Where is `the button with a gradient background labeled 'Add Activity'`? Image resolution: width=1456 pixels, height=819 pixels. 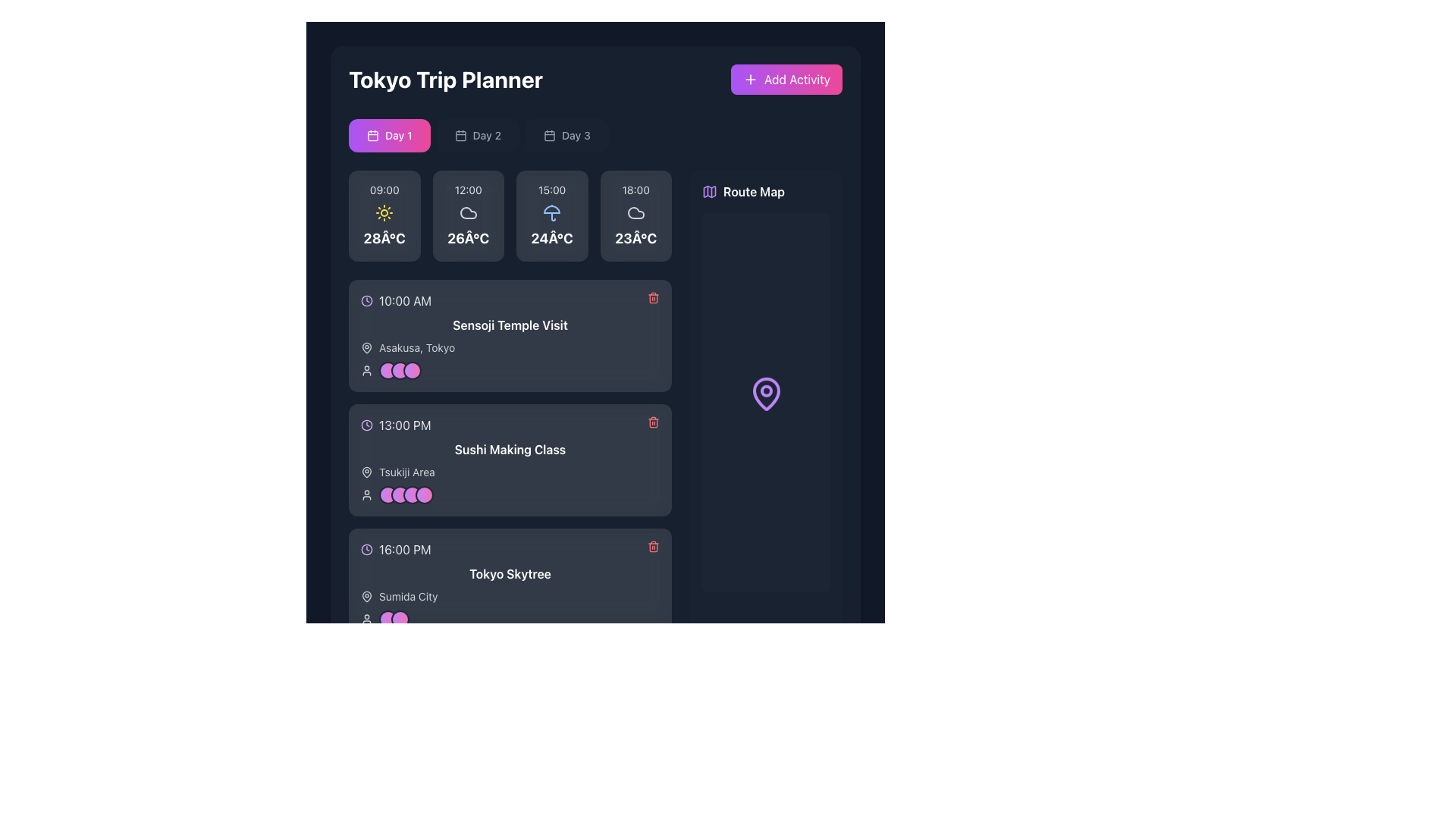
the button with a gradient background labeled 'Add Activity' is located at coordinates (786, 79).